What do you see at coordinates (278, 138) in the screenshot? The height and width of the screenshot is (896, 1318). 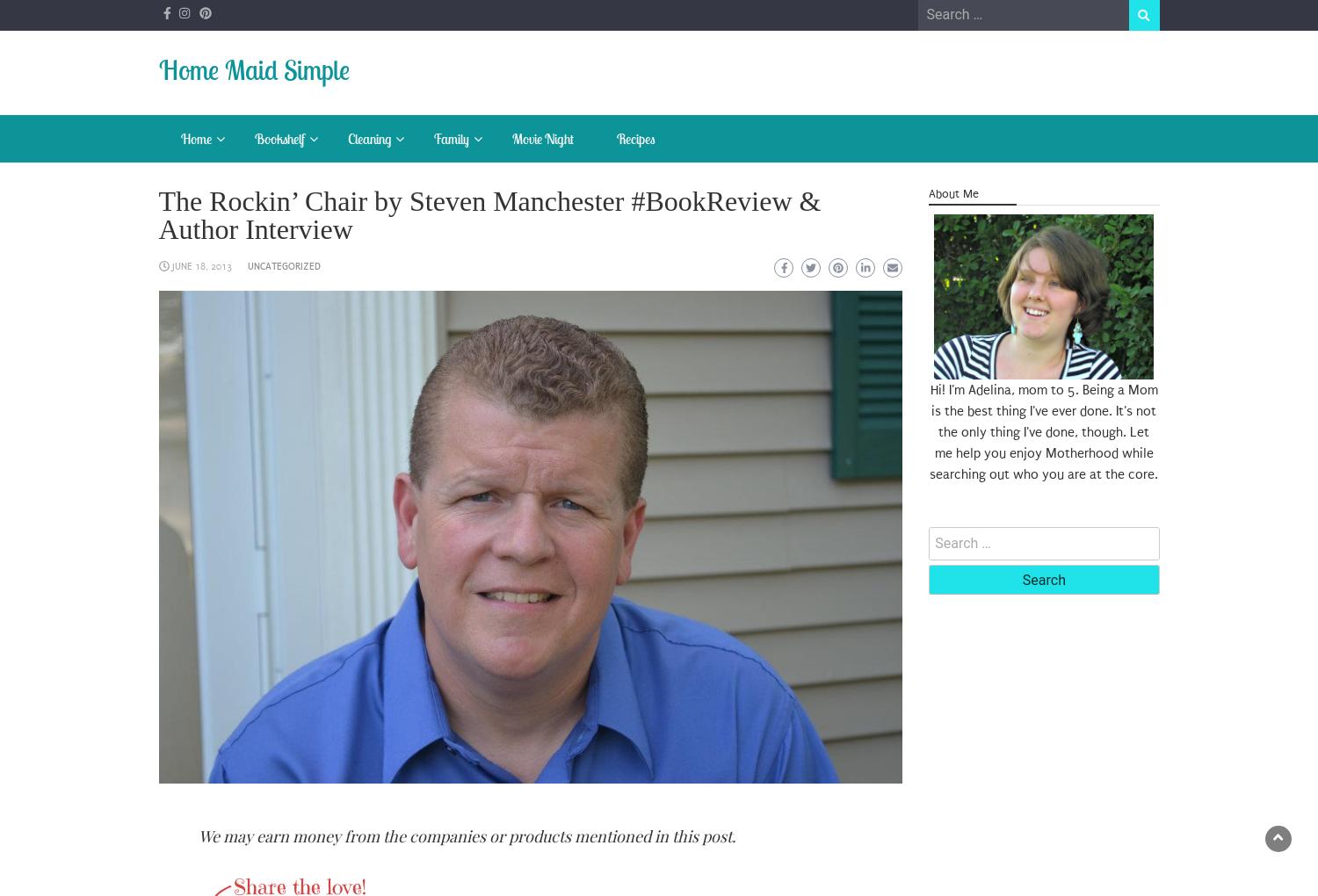 I see `'Bookshelf'` at bounding box center [278, 138].